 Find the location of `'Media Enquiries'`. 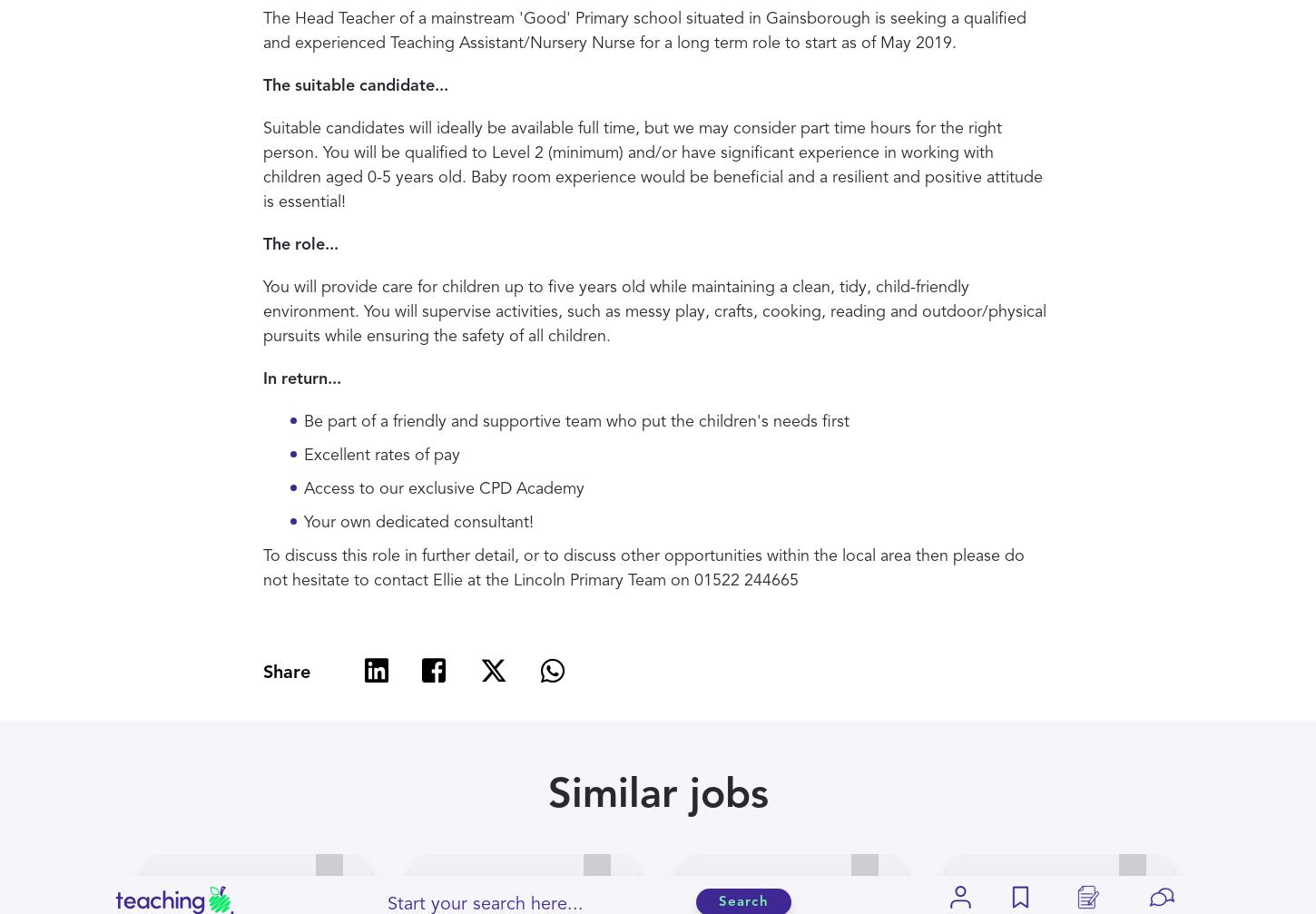

'Media Enquiries' is located at coordinates (459, 700).